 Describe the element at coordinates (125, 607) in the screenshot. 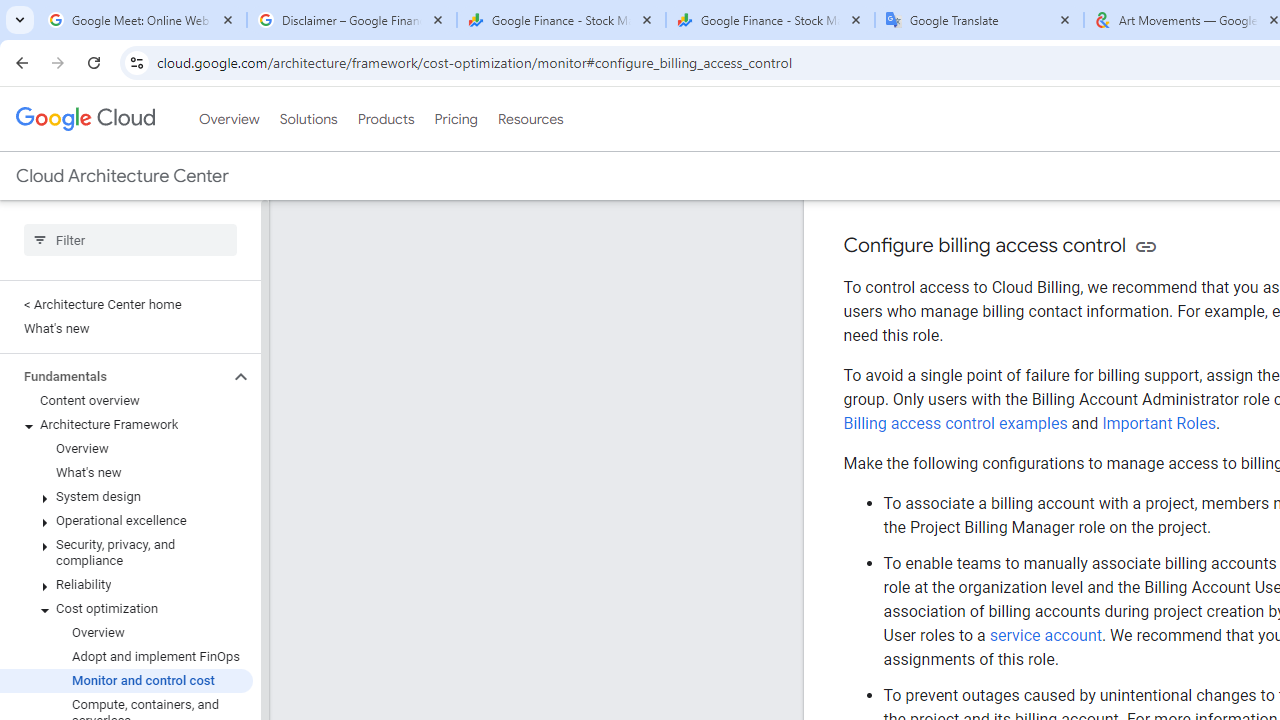

I see `'Cost optimization'` at that location.